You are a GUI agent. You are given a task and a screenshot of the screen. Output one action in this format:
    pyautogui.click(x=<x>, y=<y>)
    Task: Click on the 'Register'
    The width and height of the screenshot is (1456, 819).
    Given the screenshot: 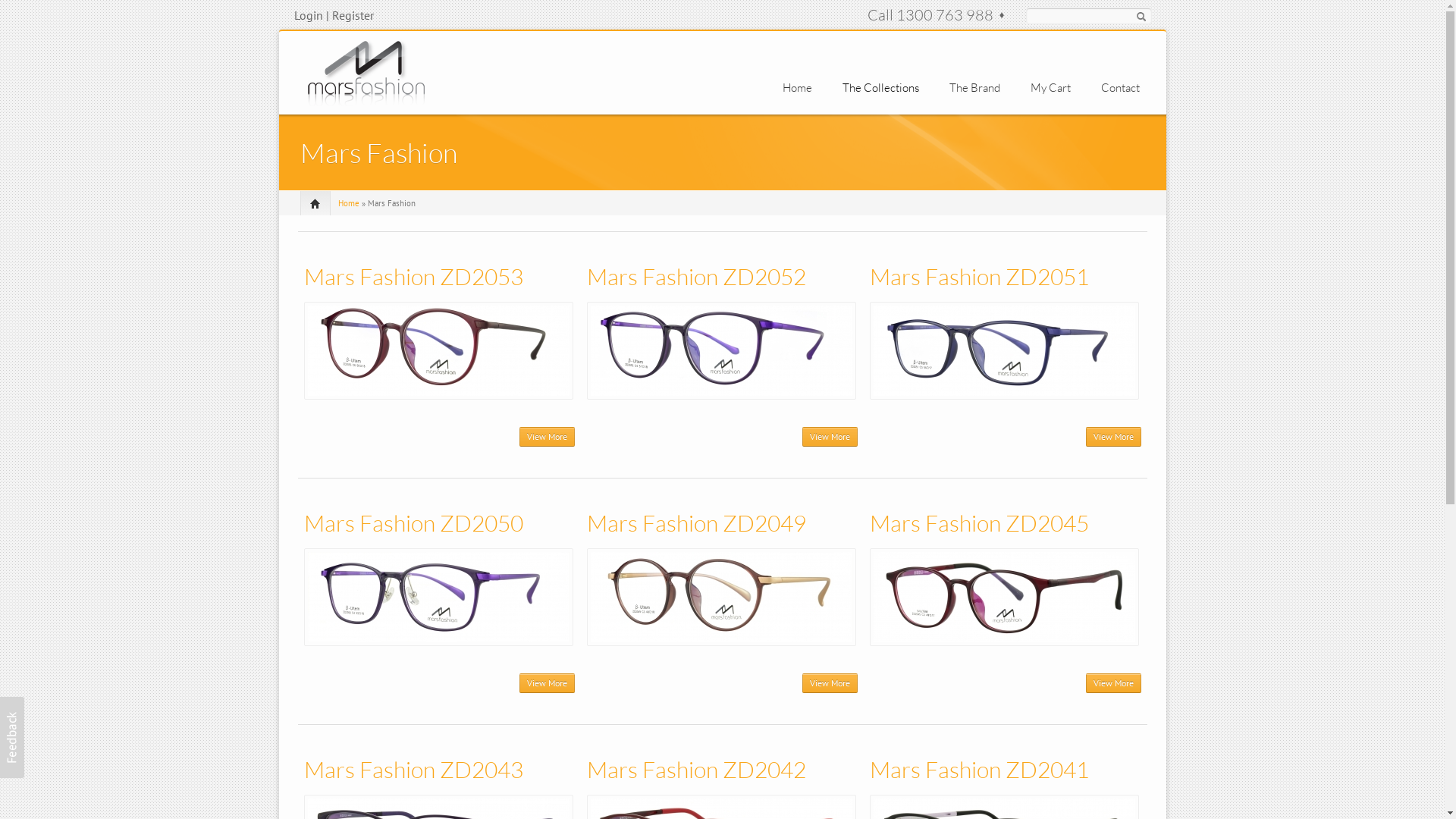 What is the action you would take?
    pyautogui.click(x=352, y=14)
    